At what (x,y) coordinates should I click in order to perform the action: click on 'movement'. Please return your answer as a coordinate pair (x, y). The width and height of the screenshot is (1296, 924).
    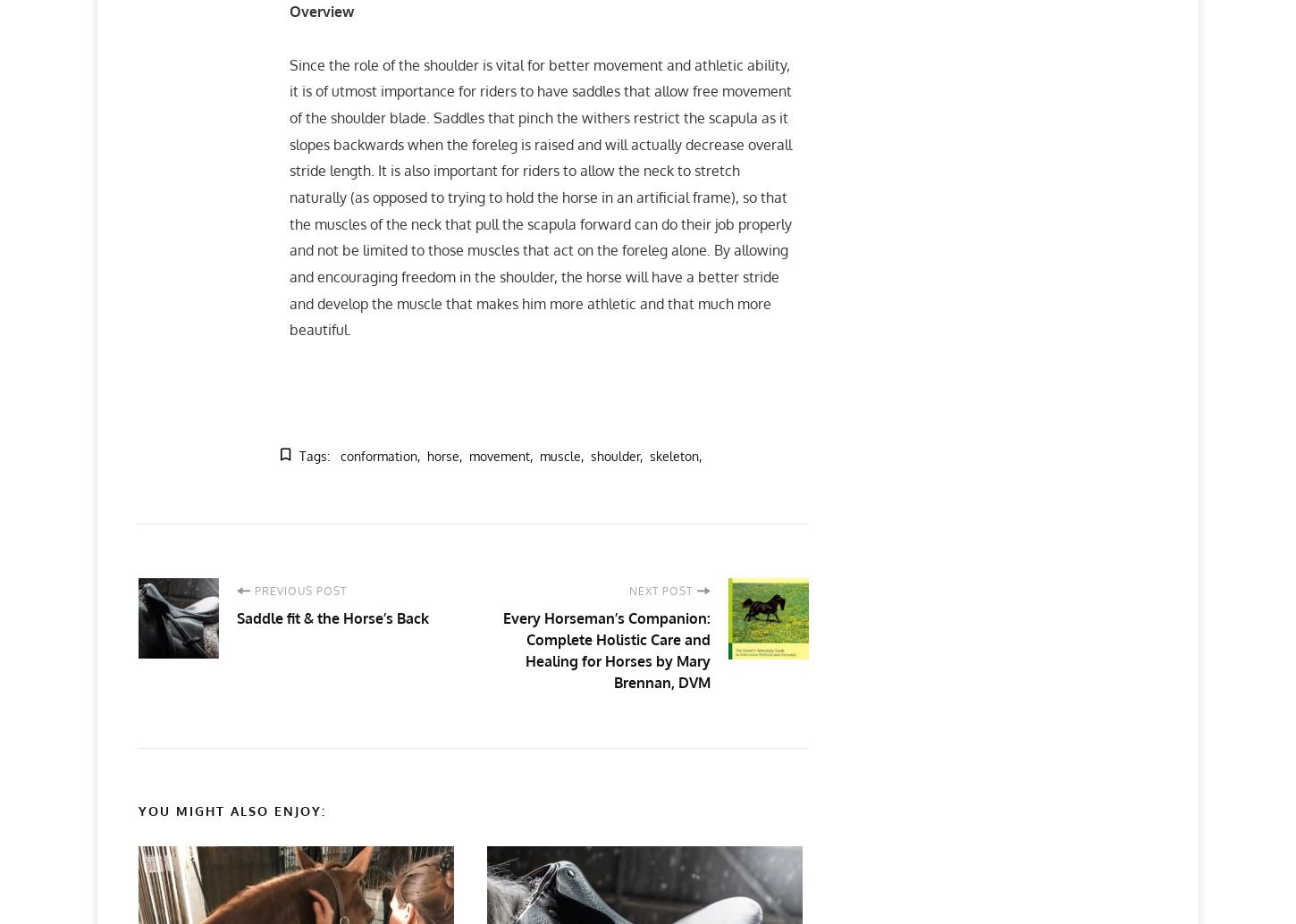
    Looking at the image, I should click on (499, 454).